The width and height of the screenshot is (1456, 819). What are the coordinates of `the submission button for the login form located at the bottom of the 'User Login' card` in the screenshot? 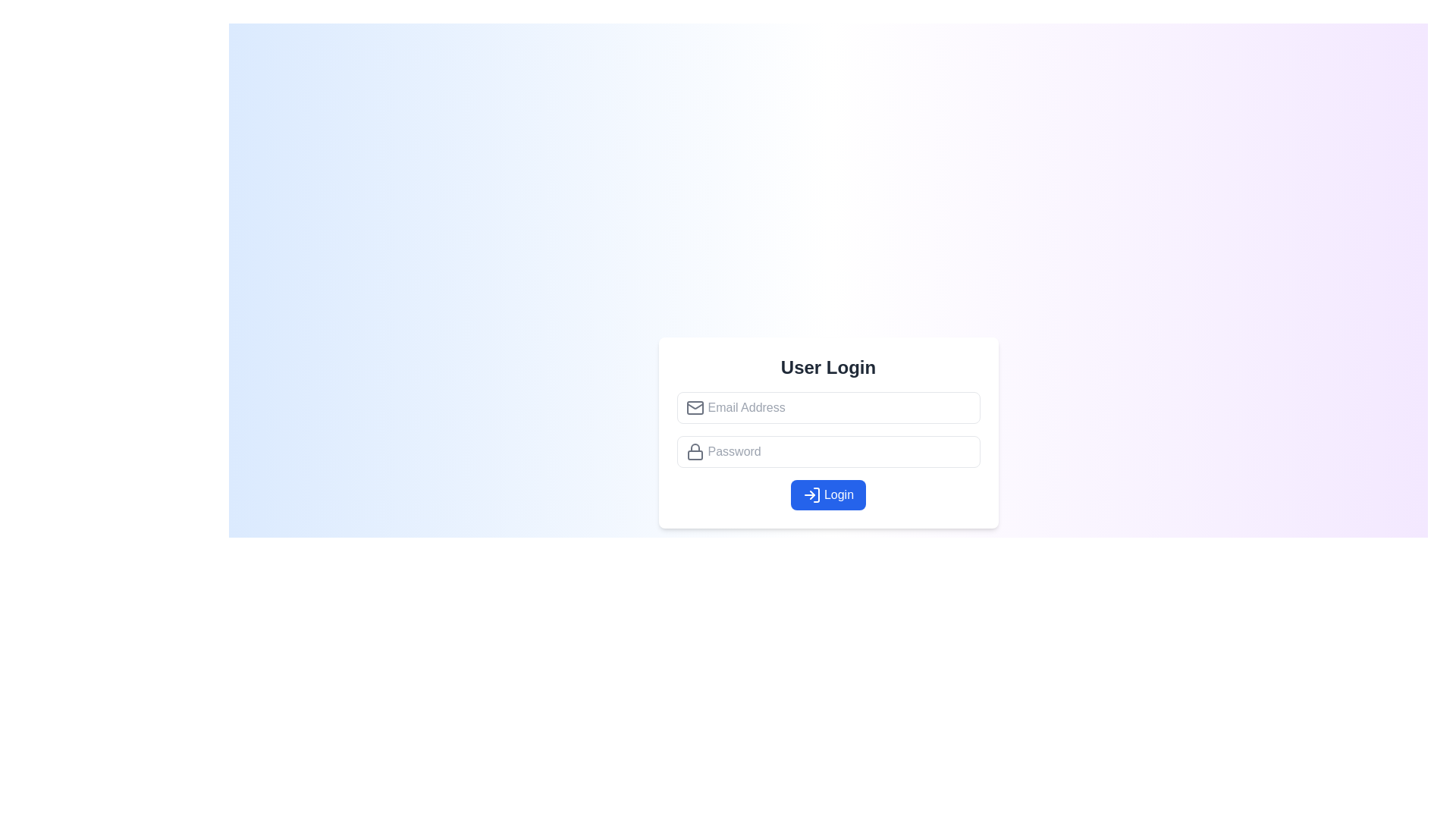 It's located at (827, 494).